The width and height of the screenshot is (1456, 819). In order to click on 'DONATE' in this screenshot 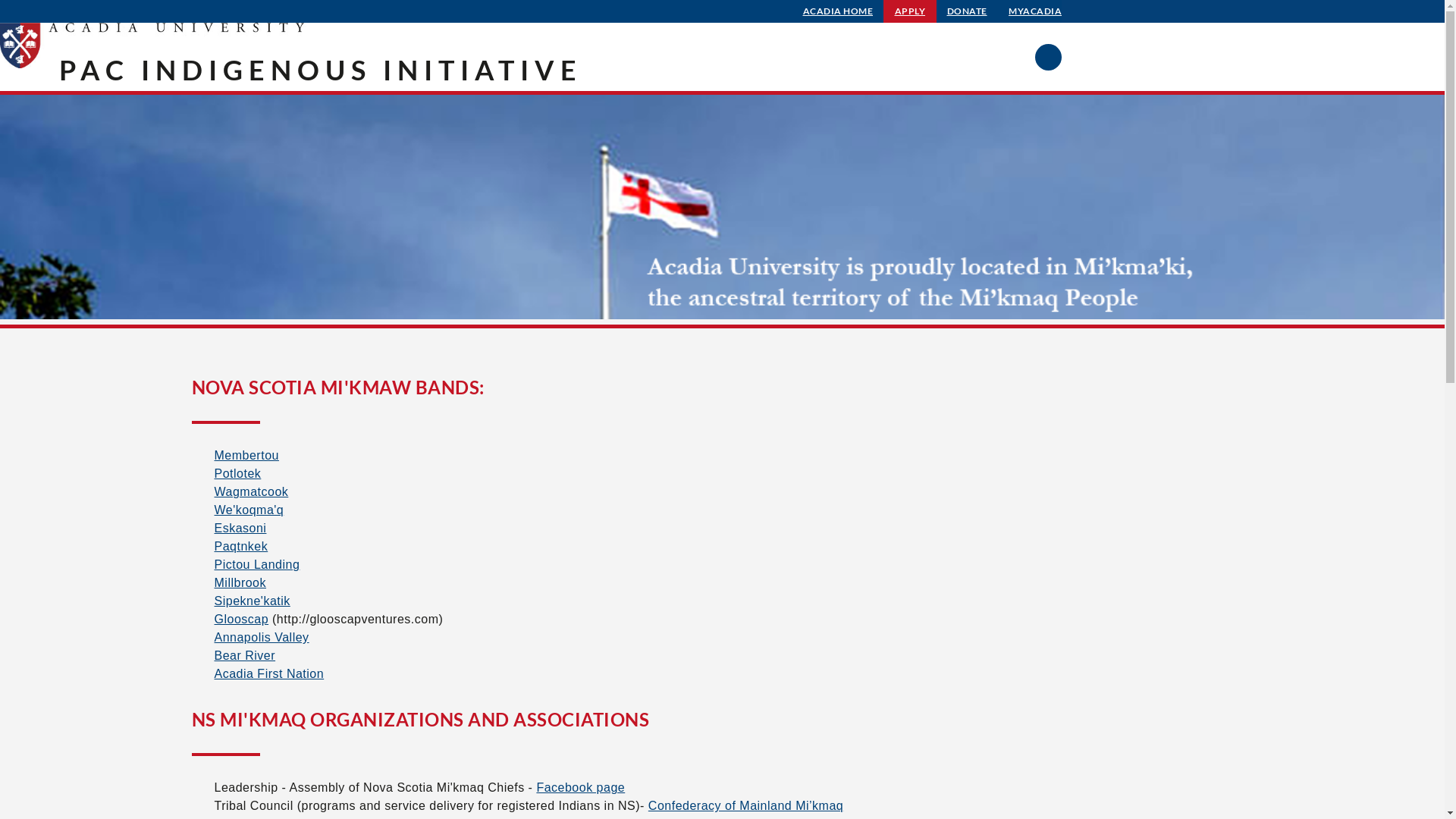, I will do `click(966, 11)`.